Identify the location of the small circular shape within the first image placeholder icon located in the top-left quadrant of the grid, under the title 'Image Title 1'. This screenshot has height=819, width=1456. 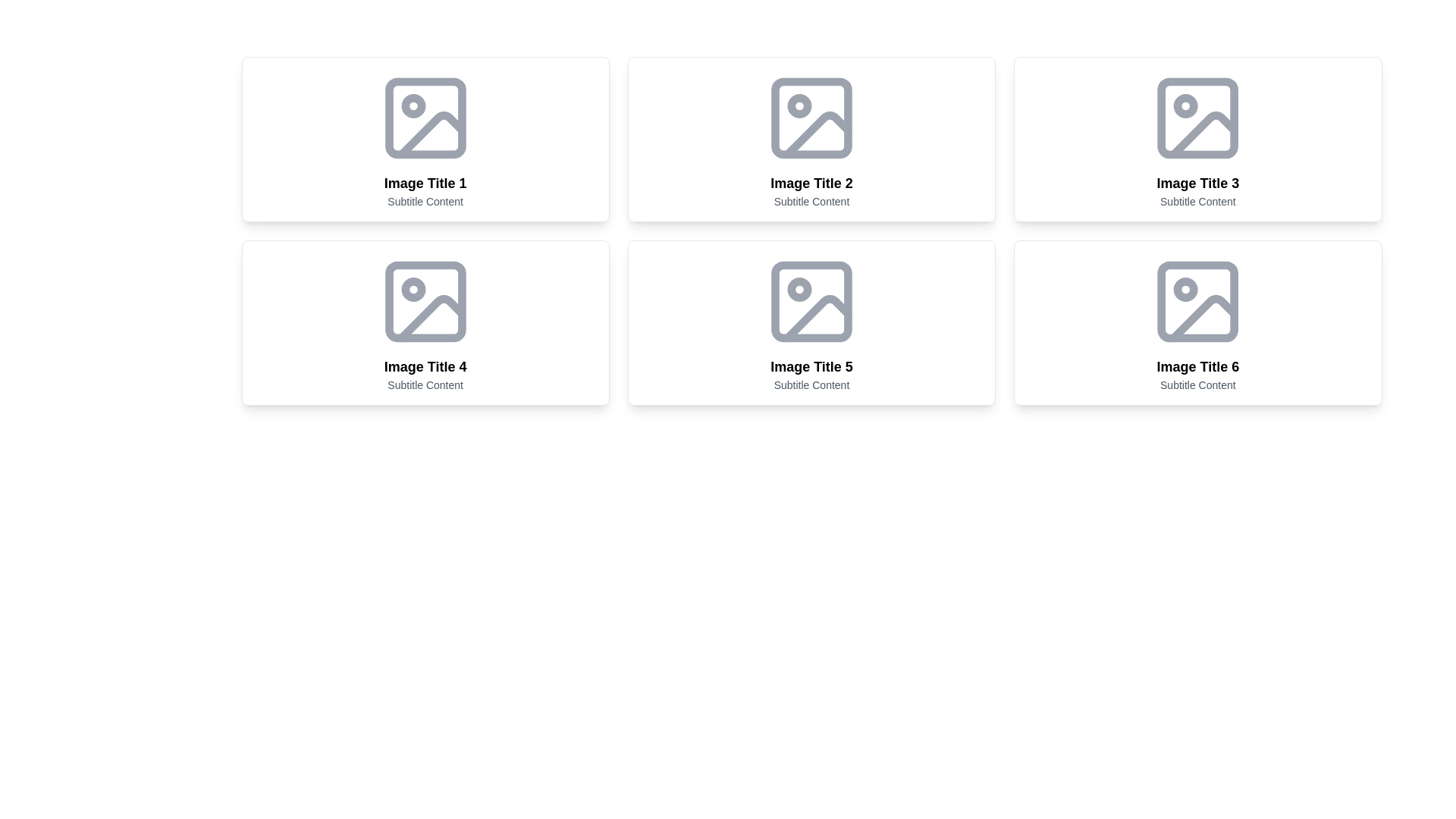
(413, 105).